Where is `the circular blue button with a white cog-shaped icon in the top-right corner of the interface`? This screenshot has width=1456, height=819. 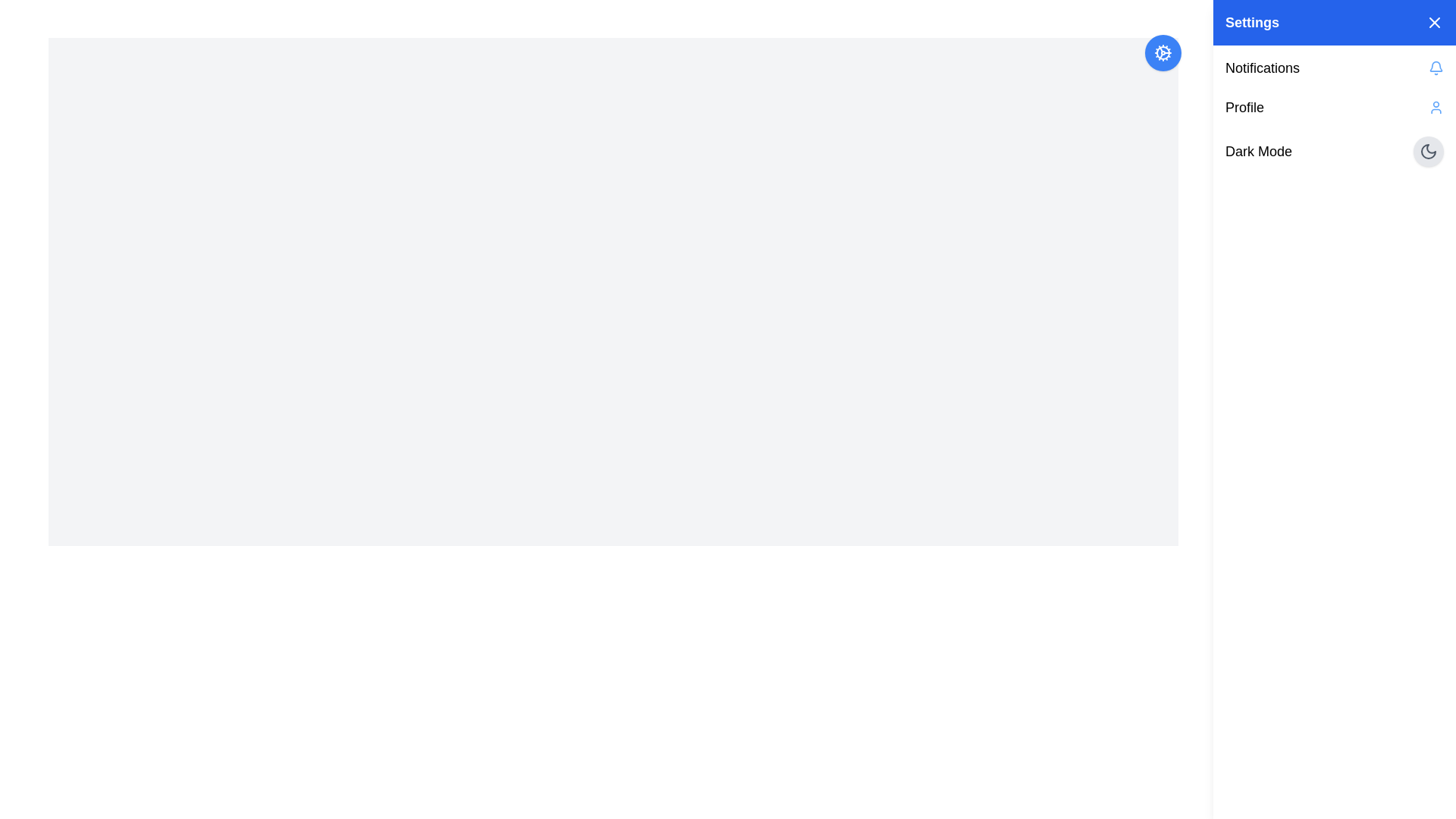 the circular blue button with a white cog-shaped icon in the top-right corner of the interface is located at coordinates (1163, 52).